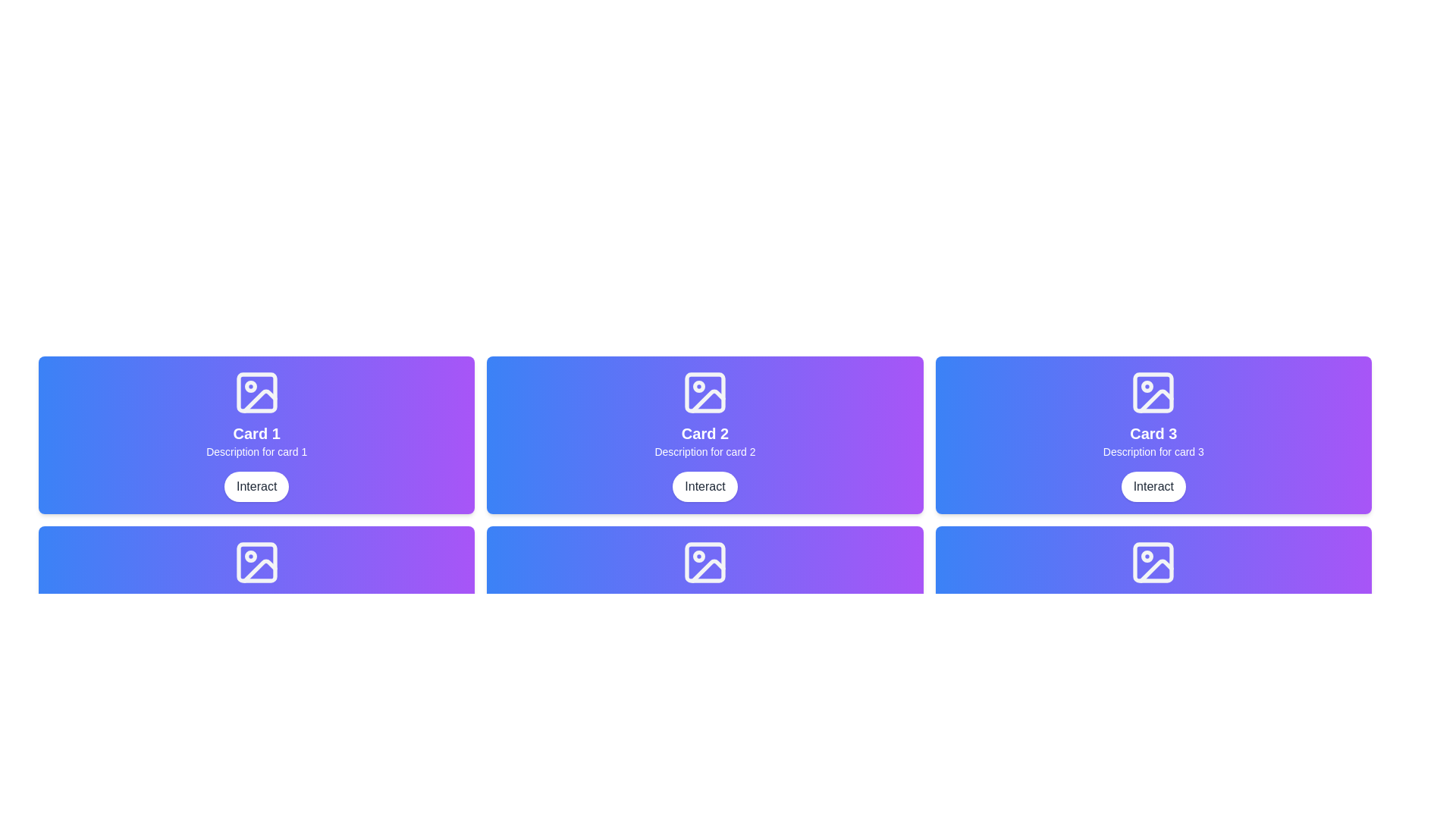 The width and height of the screenshot is (1456, 819). I want to click on the button located directly below the text 'Description for card 2' in the second card of a horizontally aligned card layout, so click(704, 486).